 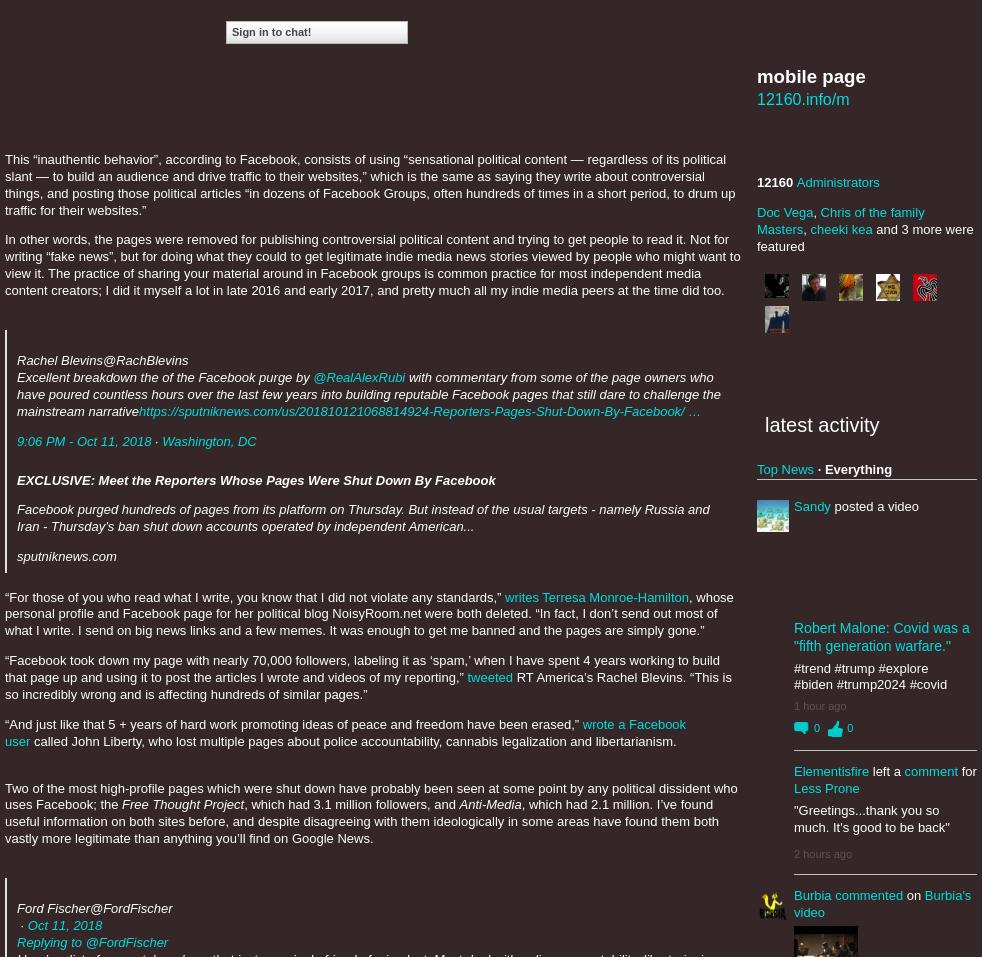 I want to click on '12160', so click(x=776, y=182).